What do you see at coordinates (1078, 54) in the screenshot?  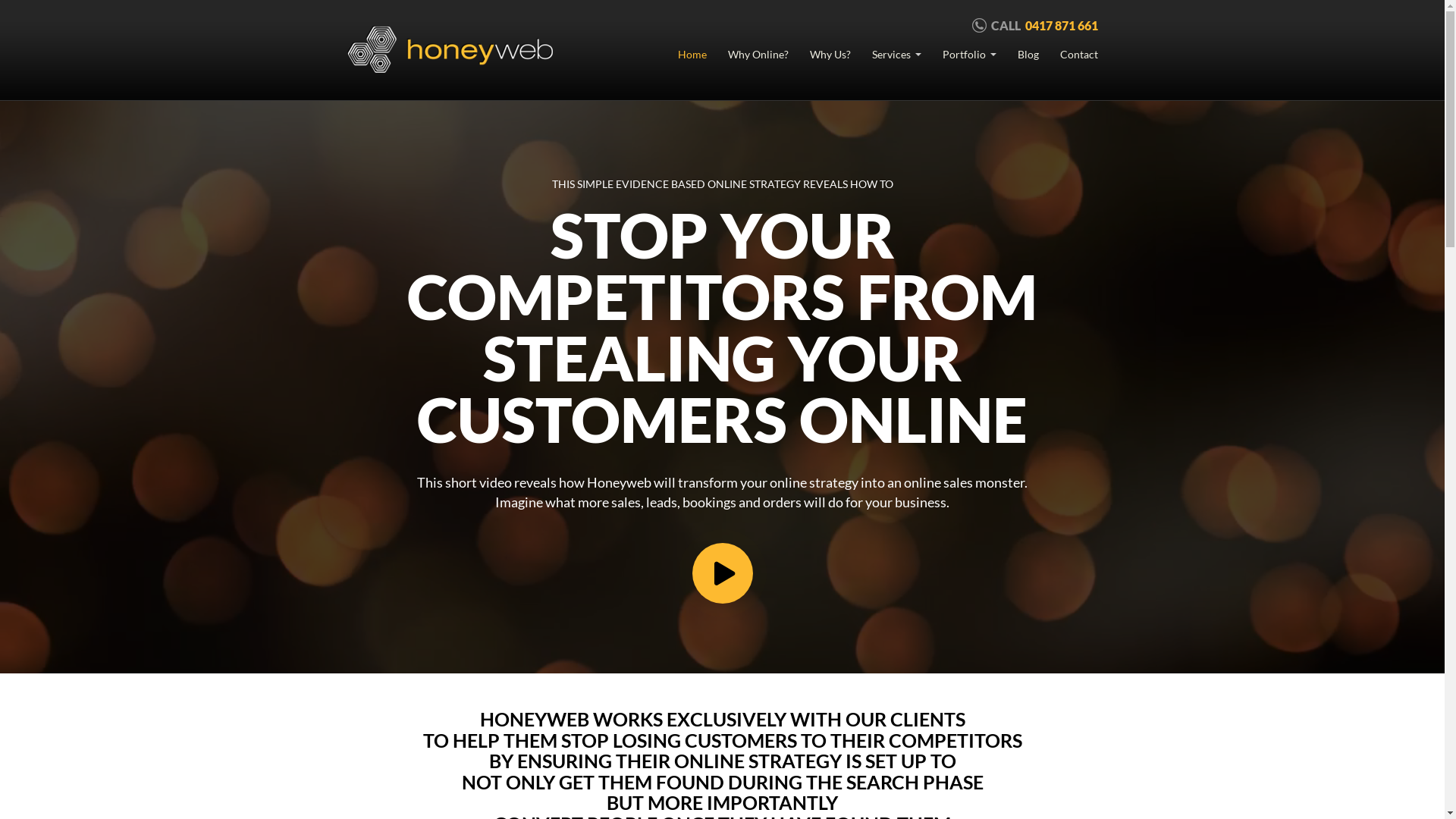 I see `'Contact'` at bounding box center [1078, 54].